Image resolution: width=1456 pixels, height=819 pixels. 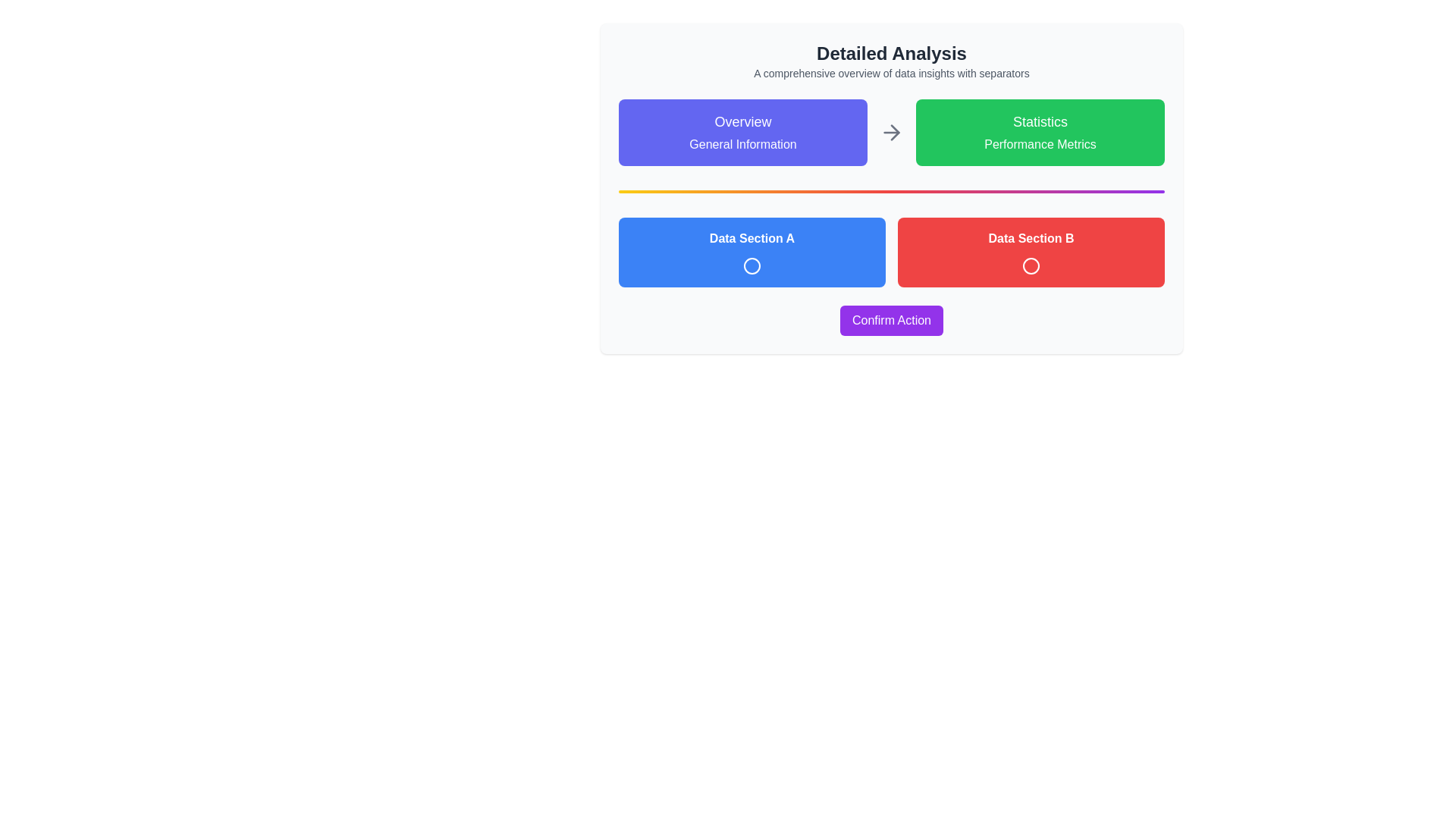 What do you see at coordinates (892, 73) in the screenshot?
I see `the static text label that serves as a descriptive subheading located directly beneath the 'Detailed Analysis' header` at bounding box center [892, 73].